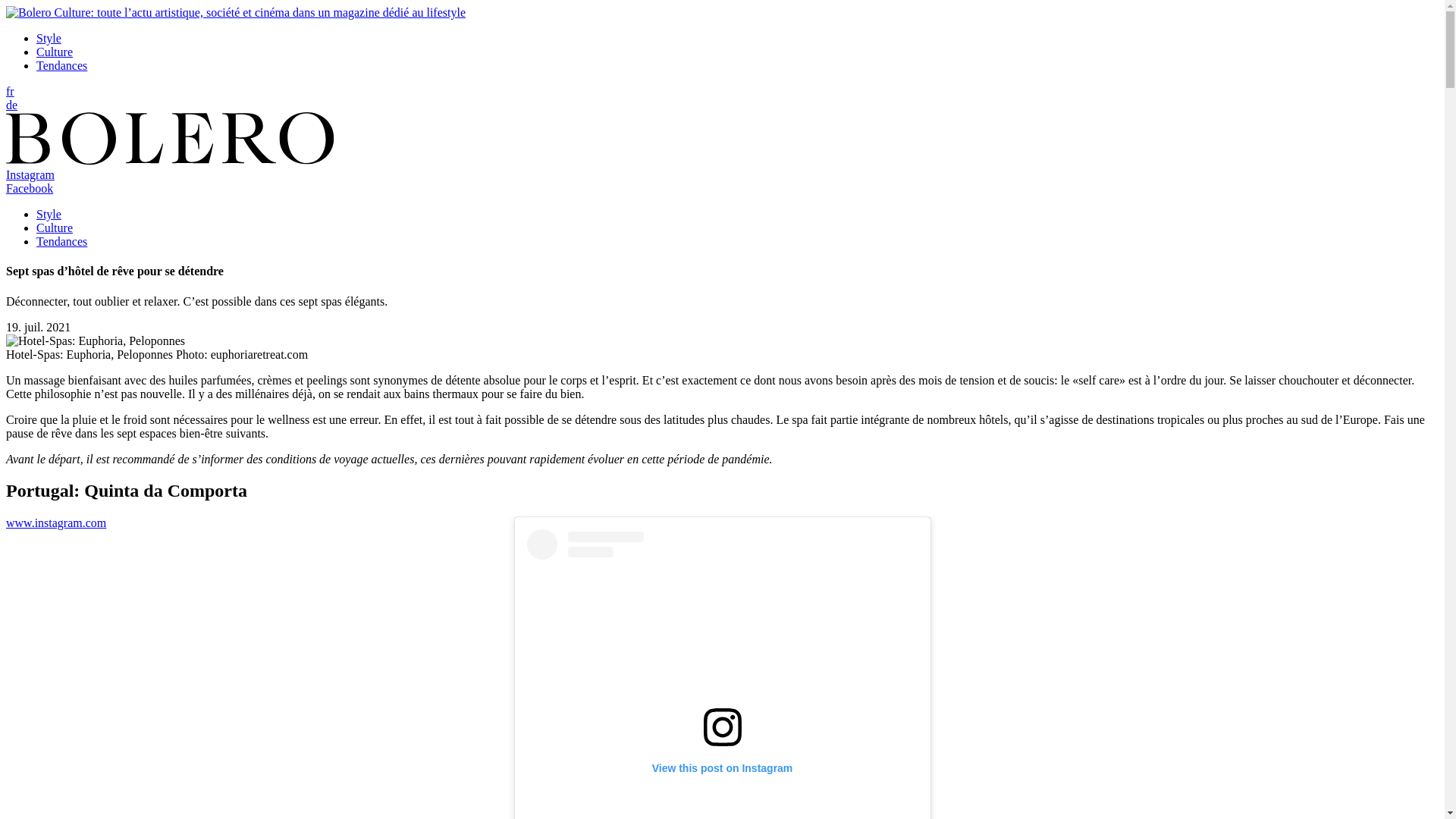  What do you see at coordinates (36, 64) in the screenshot?
I see `'Tendances'` at bounding box center [36, 64].